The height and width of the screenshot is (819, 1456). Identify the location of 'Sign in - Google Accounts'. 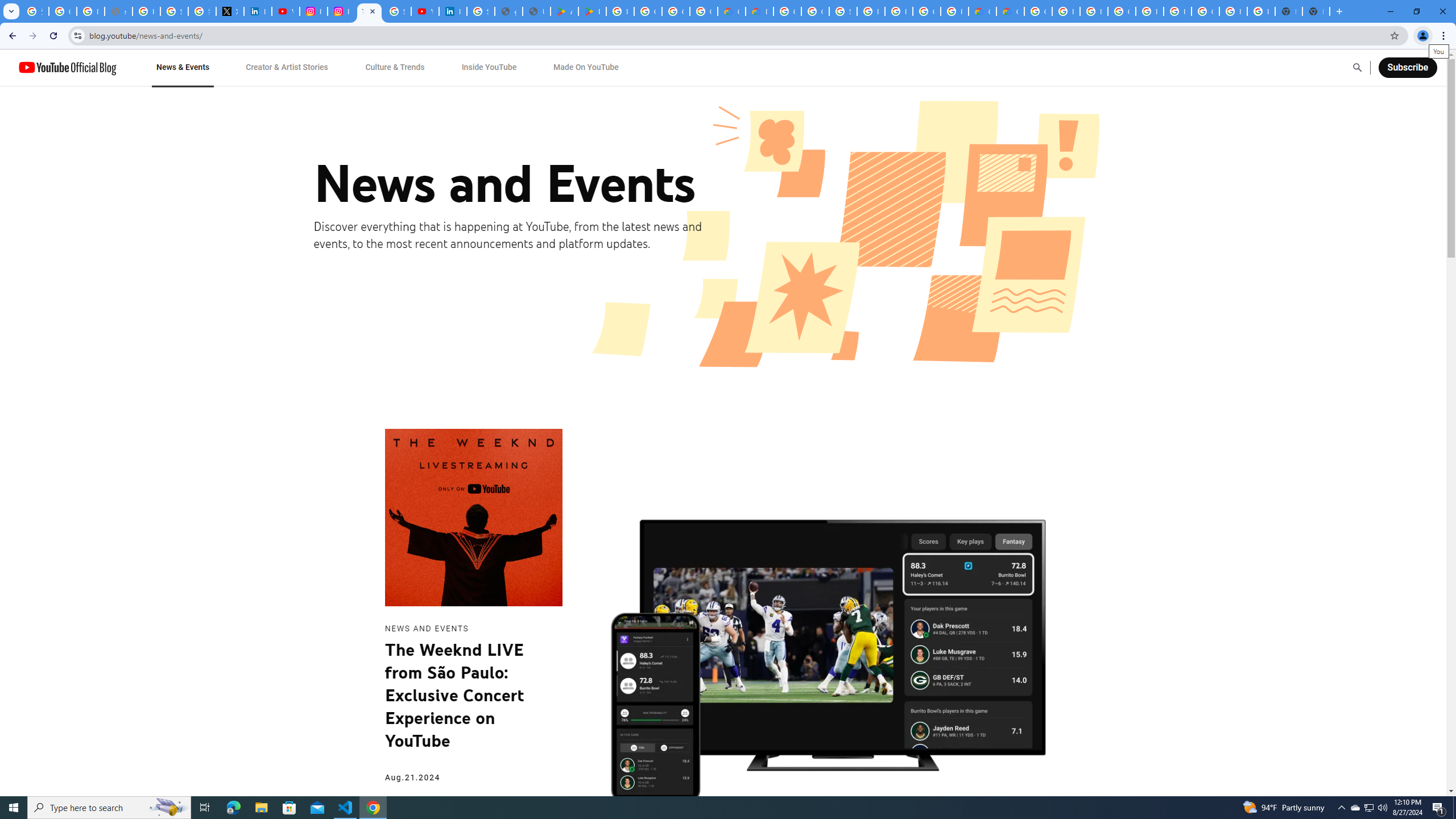
(396, 11).